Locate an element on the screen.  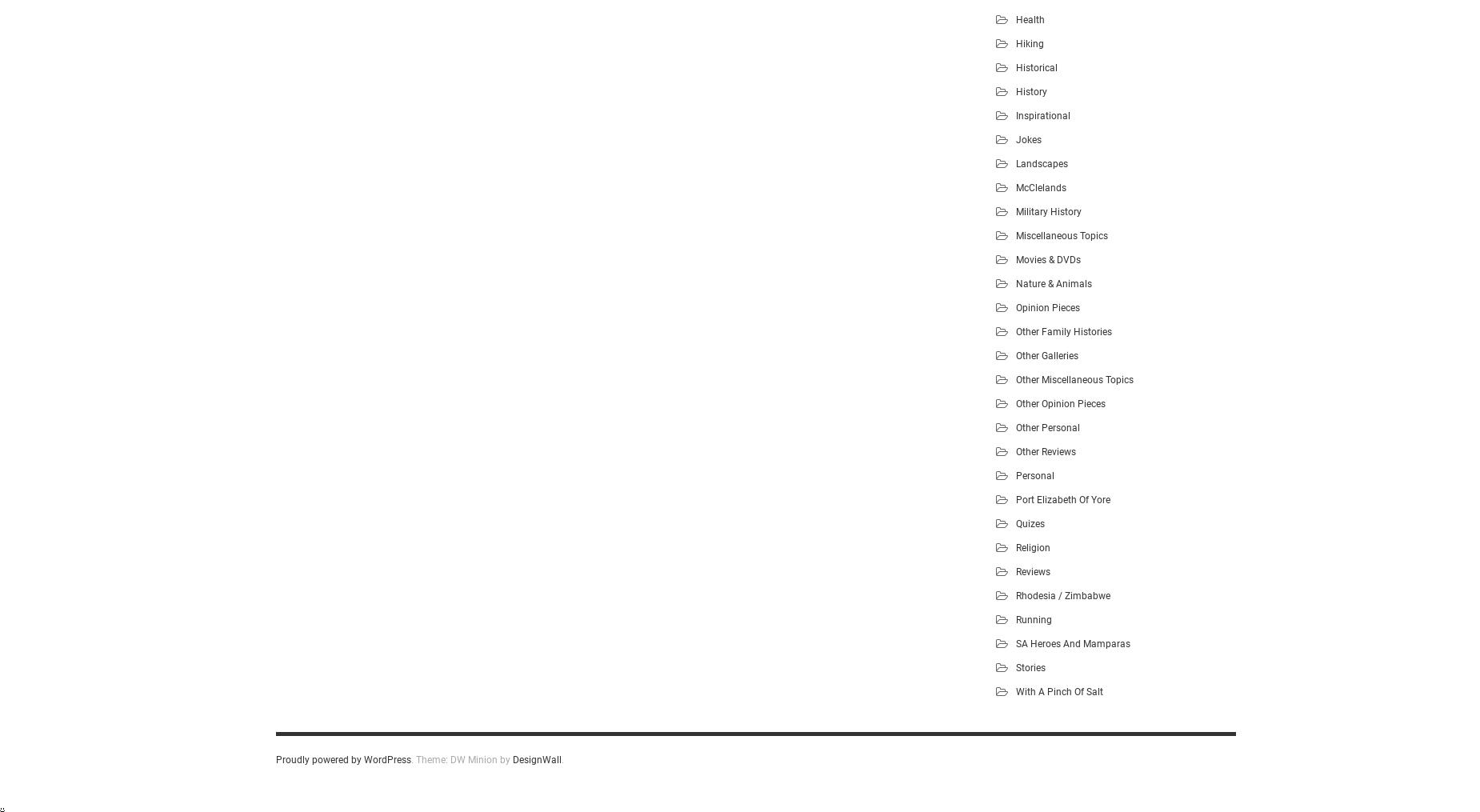
'Opinion Pieces' is located at coordinates (1015, 306).